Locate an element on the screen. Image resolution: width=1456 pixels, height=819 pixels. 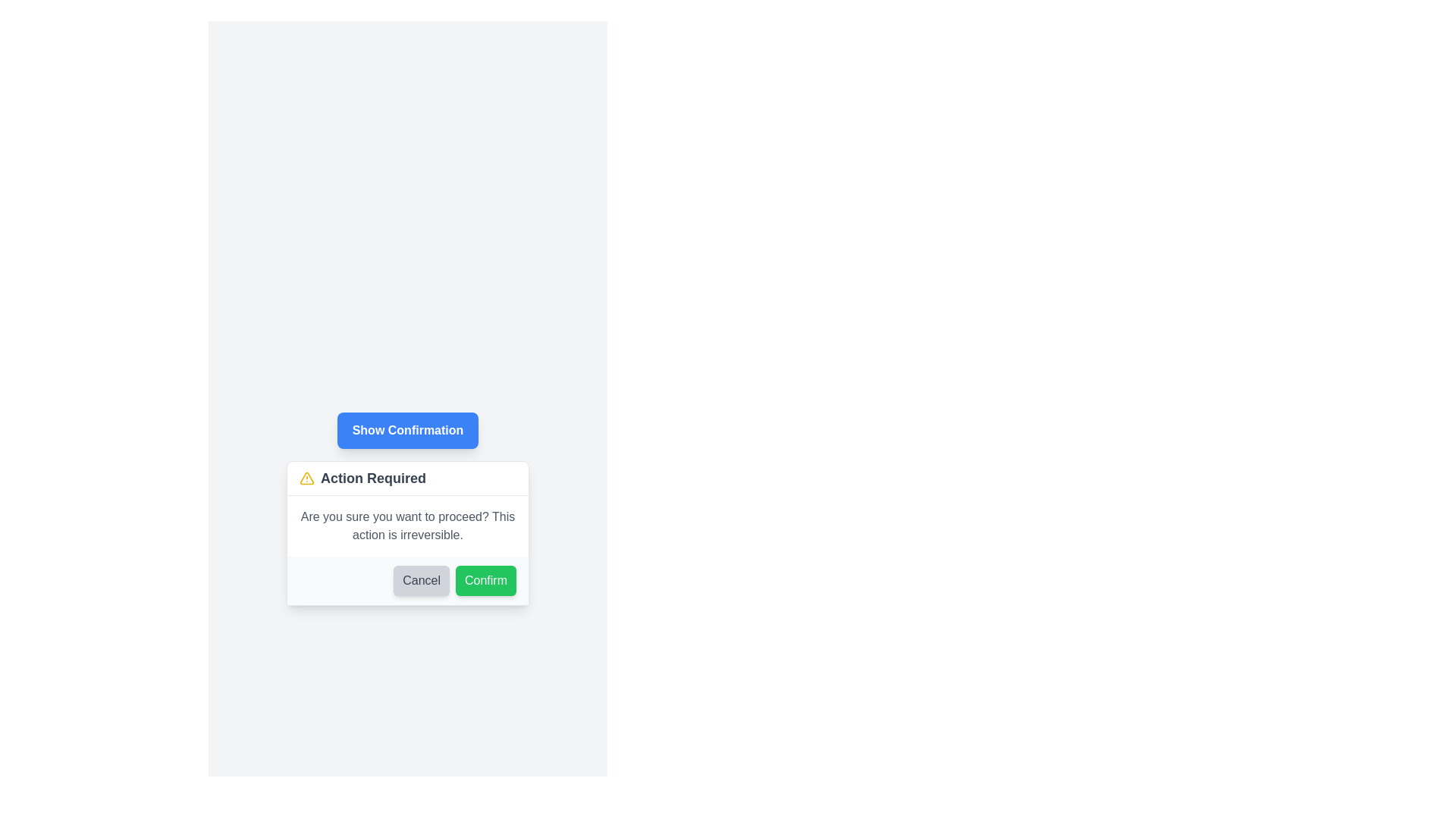
message displayed in the gray text block stating 'Are you sure you want to proceed? This action is irreversible.' located in the middle section of the modal dialog box under the heading 'Action Required' is located at coordinates (407, 526).